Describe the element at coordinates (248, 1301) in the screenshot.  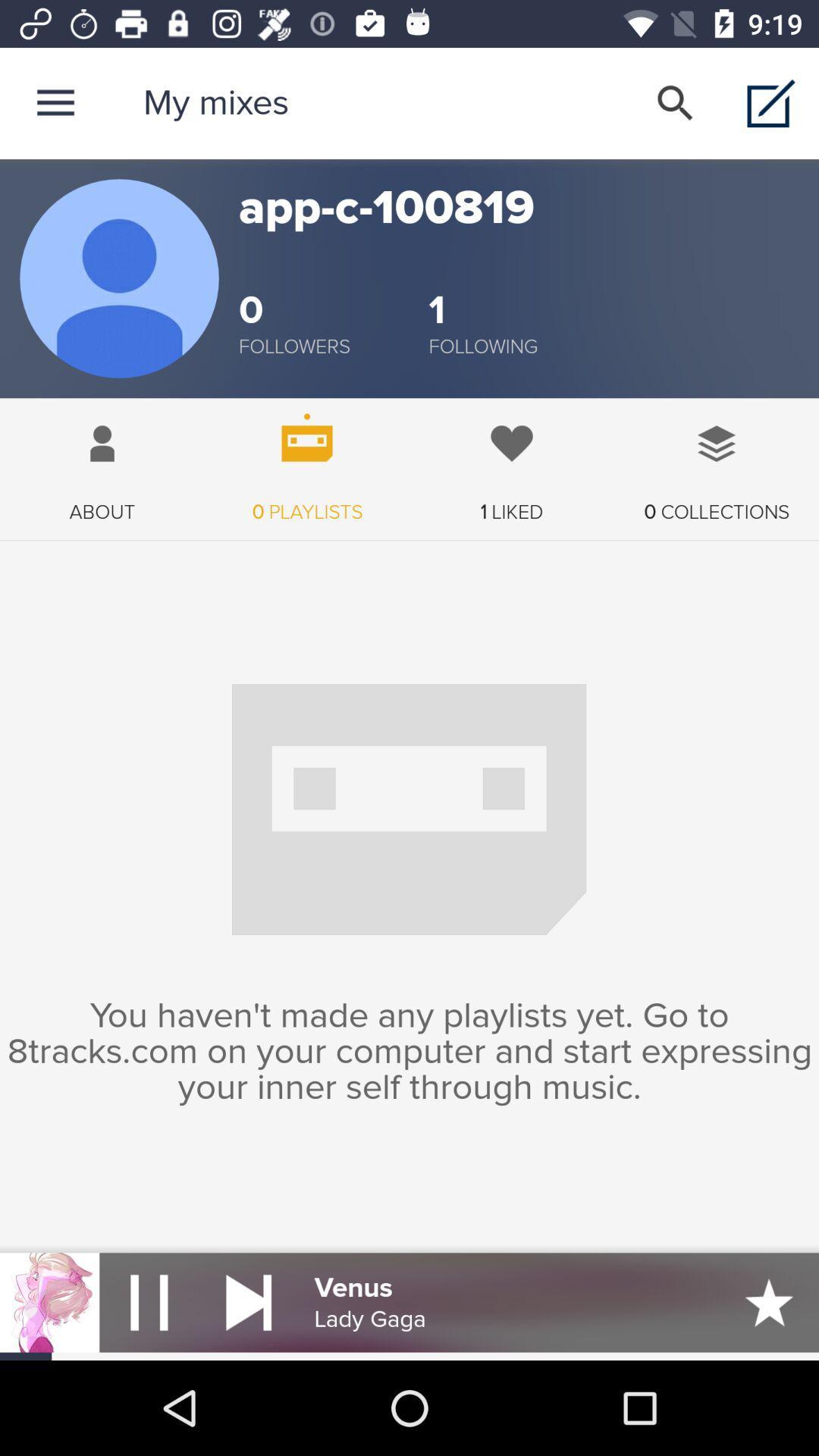
I see `the skip_next icon` at that location.